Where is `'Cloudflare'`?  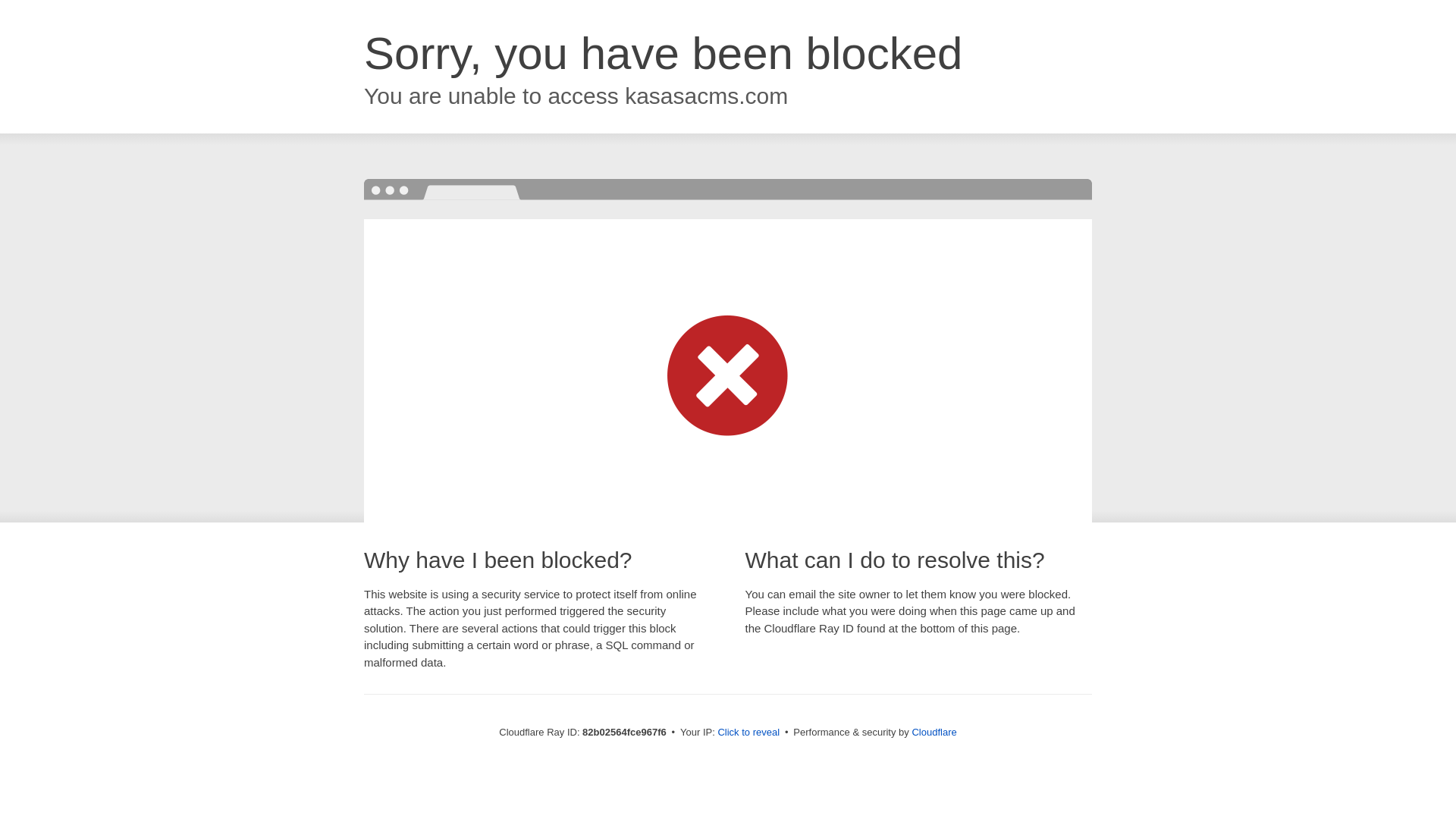 'Cloudflare' is located at coordinates (933, 731).